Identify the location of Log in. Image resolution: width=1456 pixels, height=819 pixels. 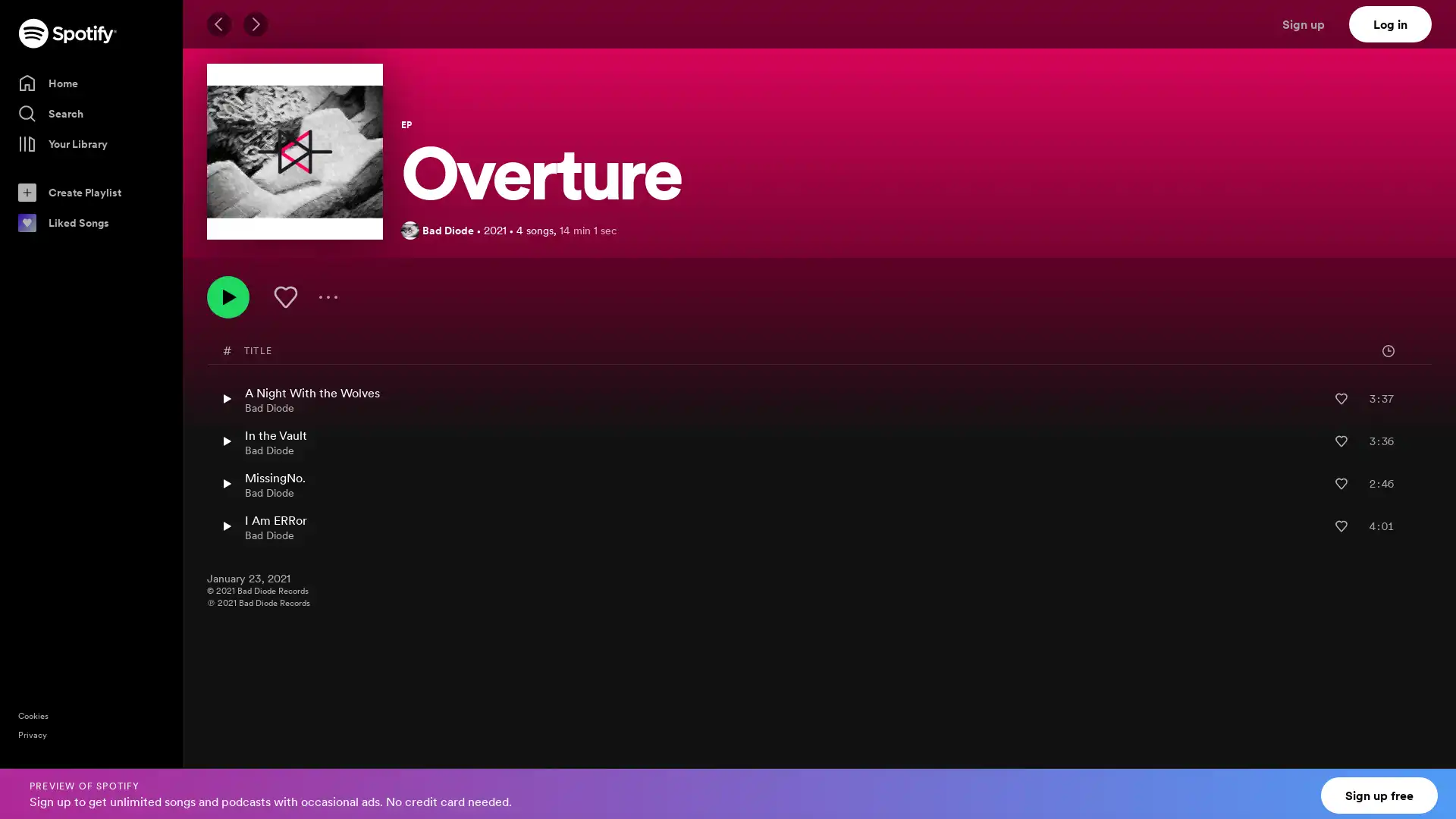
(1390, 24).